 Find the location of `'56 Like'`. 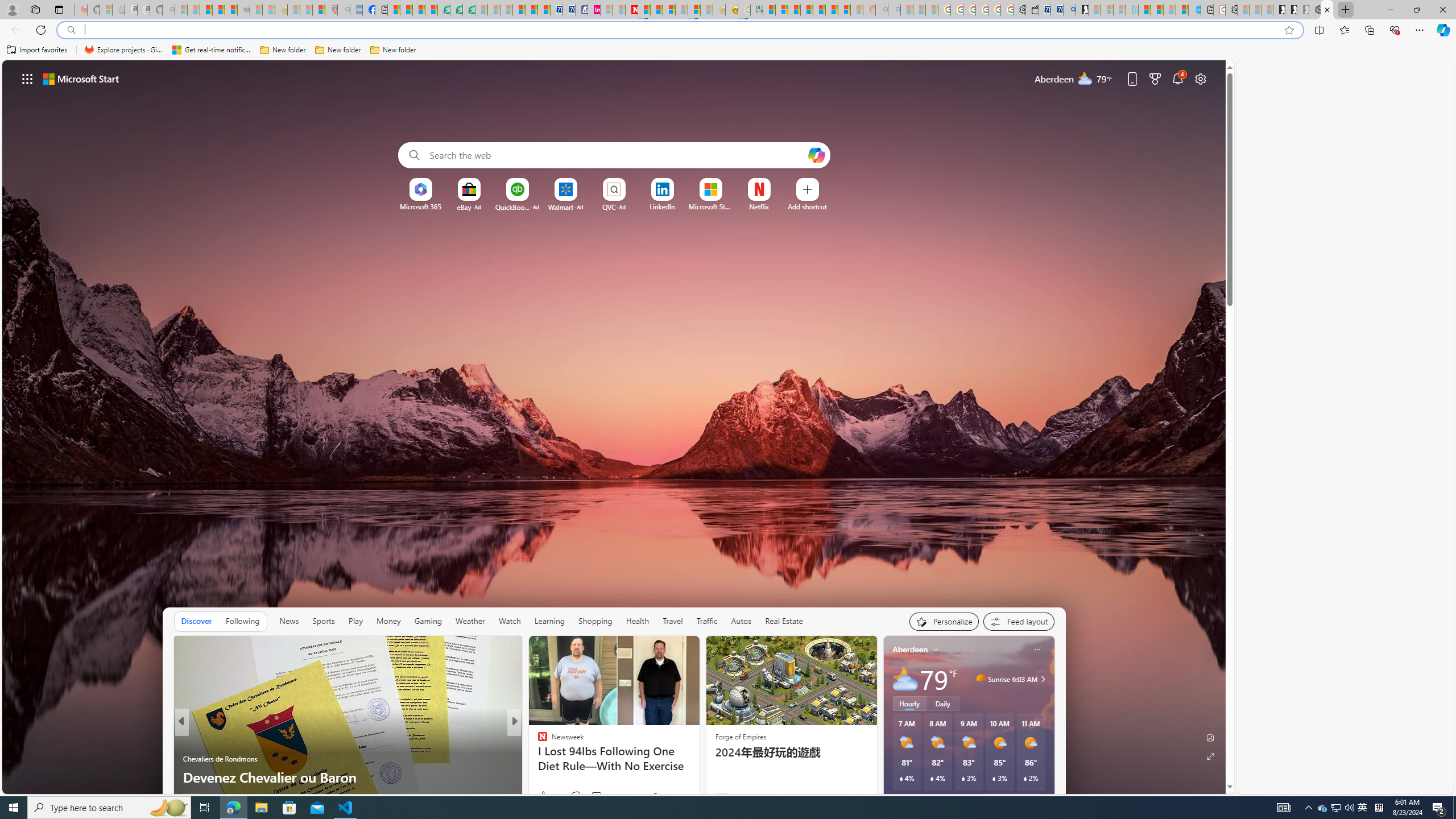

'56 Like' is located at coordinates (543, 797).